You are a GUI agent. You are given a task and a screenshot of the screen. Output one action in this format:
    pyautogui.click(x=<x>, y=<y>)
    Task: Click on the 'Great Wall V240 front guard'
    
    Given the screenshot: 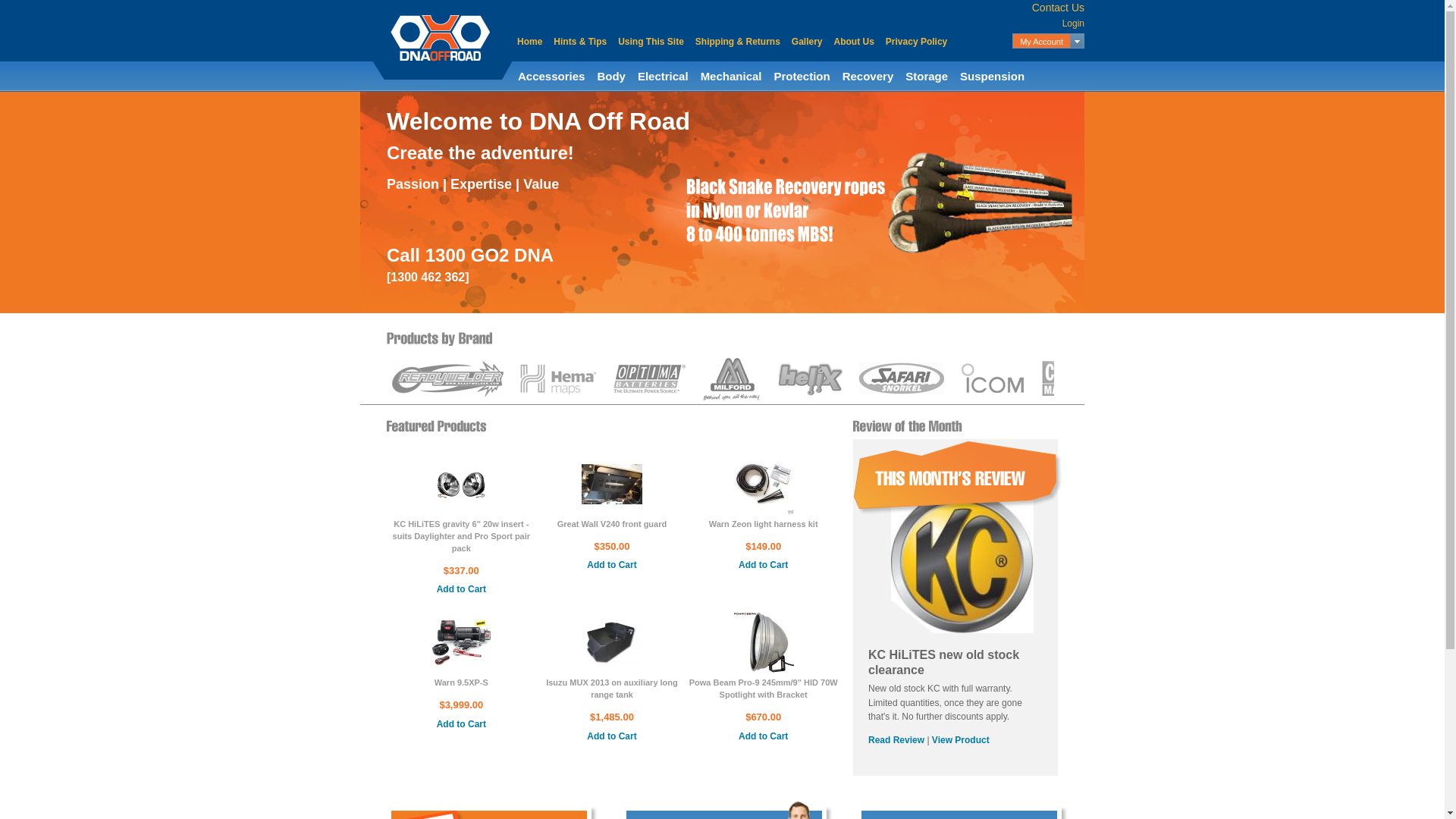 What is the action you would take?
    pyautogui.click(x=611, y=522)
    